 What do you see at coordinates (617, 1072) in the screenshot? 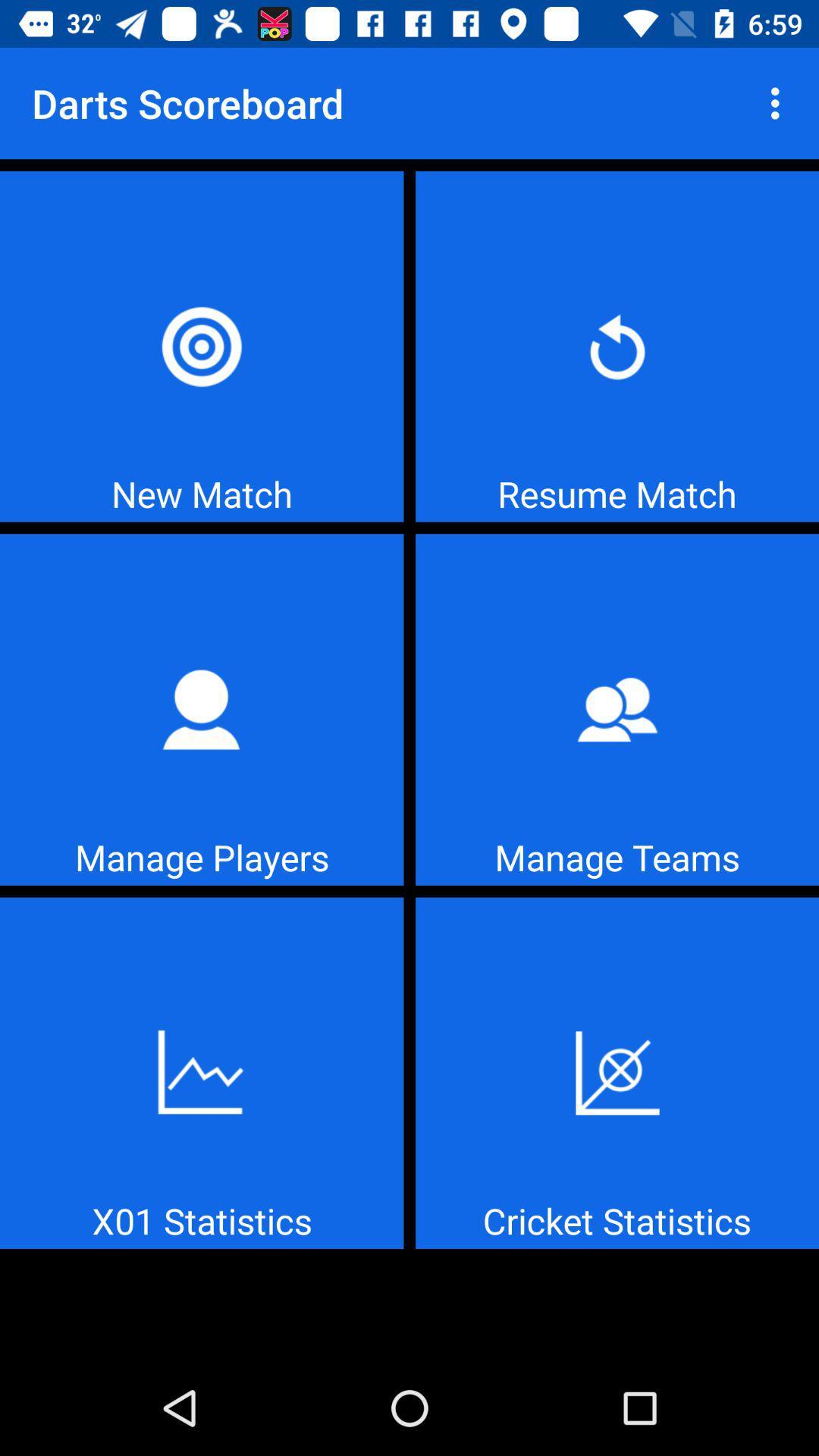
I see `cricket statistics` at bounding box center [617, 1072].